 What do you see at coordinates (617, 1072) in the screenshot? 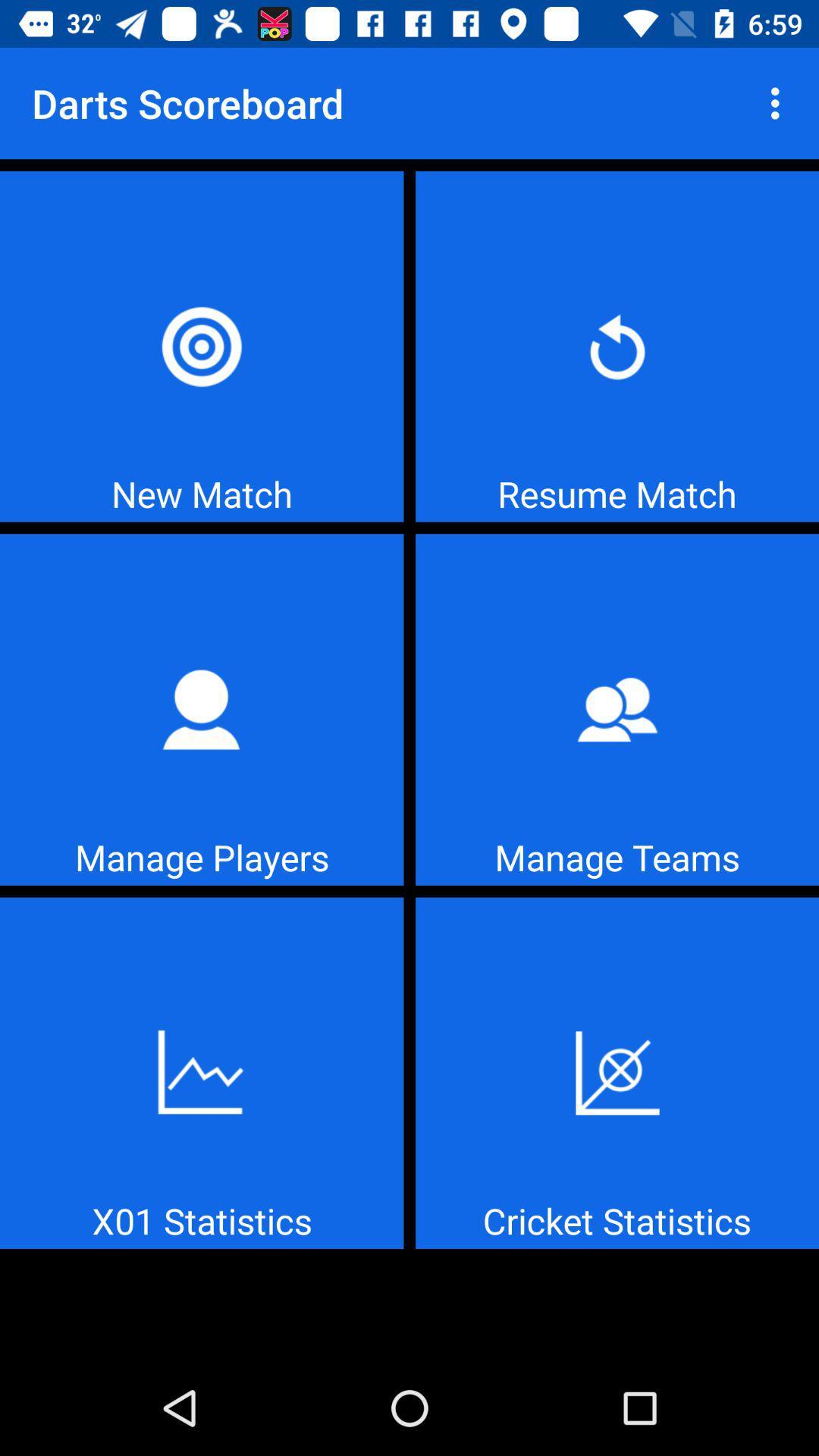
I see `cricket statistics` at bounding box center [617, 1072].